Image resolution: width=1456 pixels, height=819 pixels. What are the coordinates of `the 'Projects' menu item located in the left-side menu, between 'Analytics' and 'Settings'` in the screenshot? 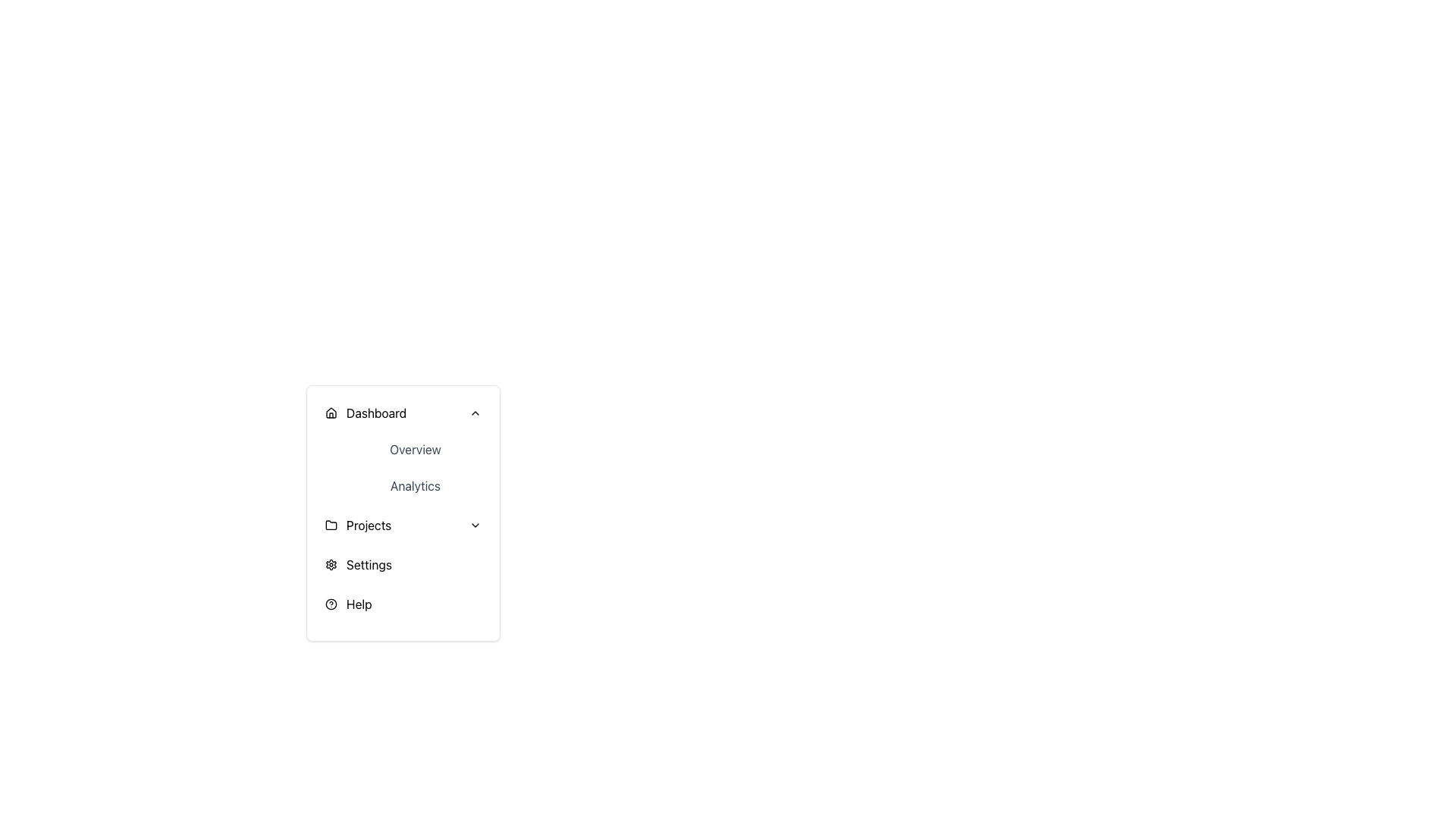 It's located at (357, 525).